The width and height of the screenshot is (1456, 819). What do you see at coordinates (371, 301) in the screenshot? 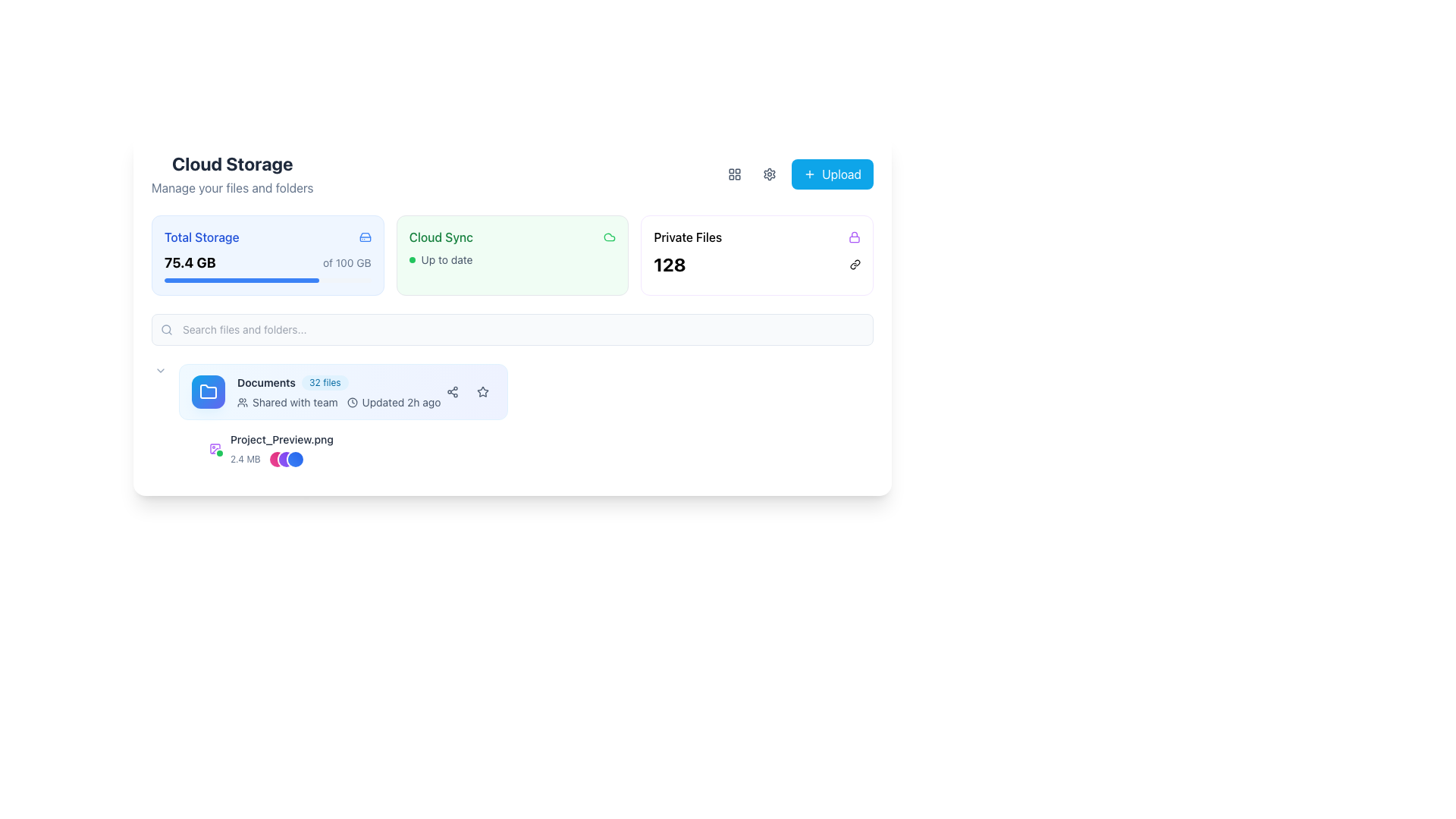
I see `the progress bar, which is a horizontal bar with a gray background and a blue filled portion, located below the 'Cloud Sync' and '75.4 GB of 100 GB' indicators` at bounding box center [371, 301].